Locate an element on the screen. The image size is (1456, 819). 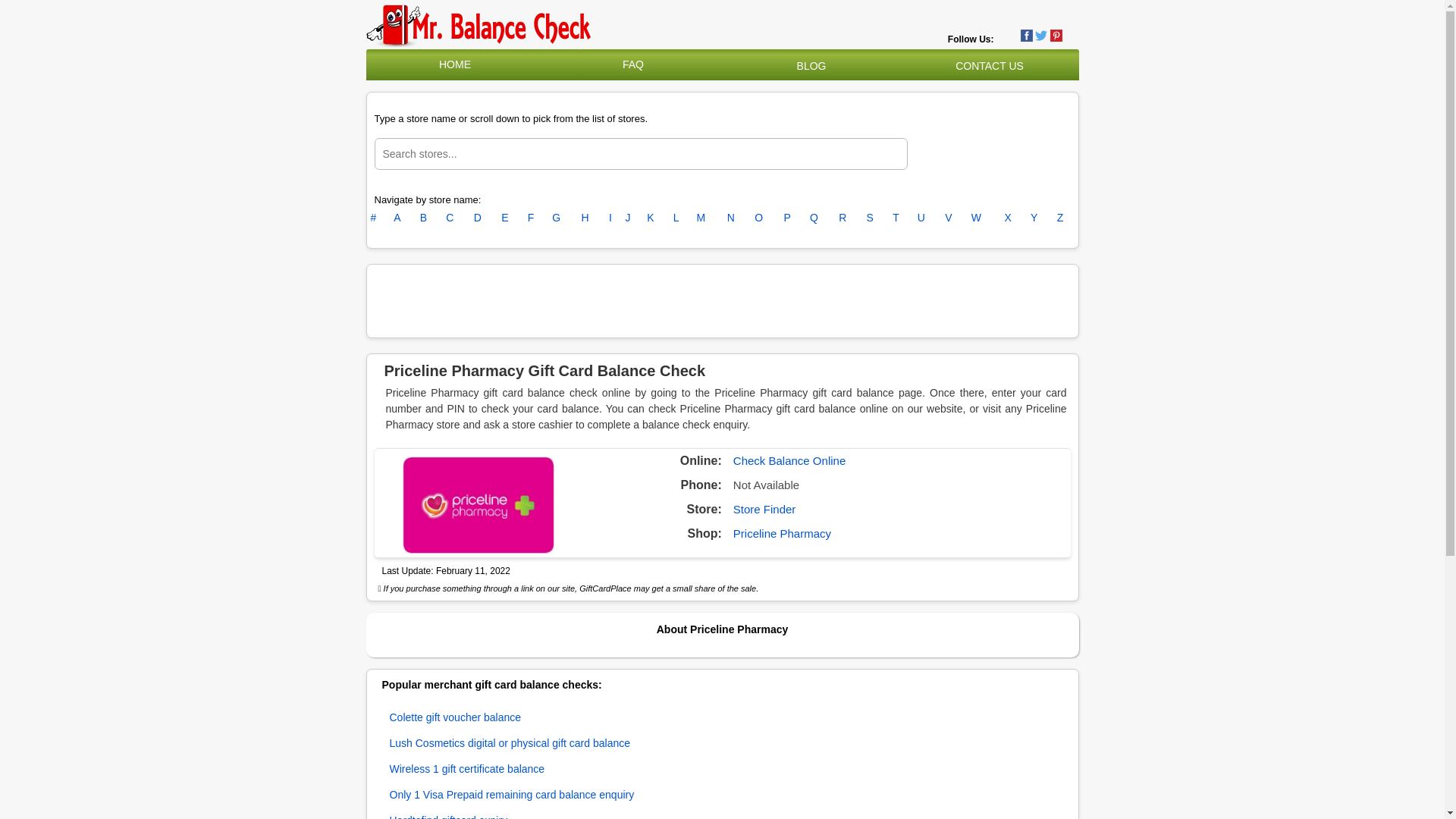
'BLOG' is located at coordinates (811, 65).